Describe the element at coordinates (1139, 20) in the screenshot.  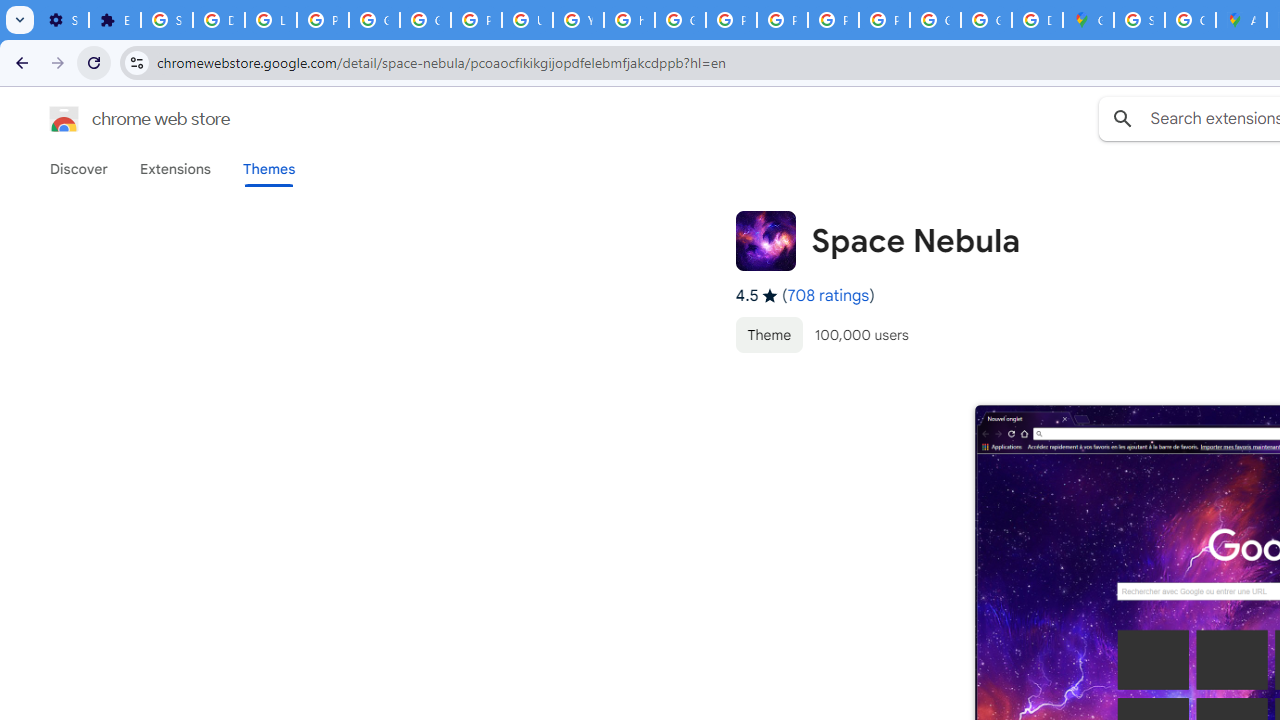
I see `'Sign in - Google Accounts'` at that location.